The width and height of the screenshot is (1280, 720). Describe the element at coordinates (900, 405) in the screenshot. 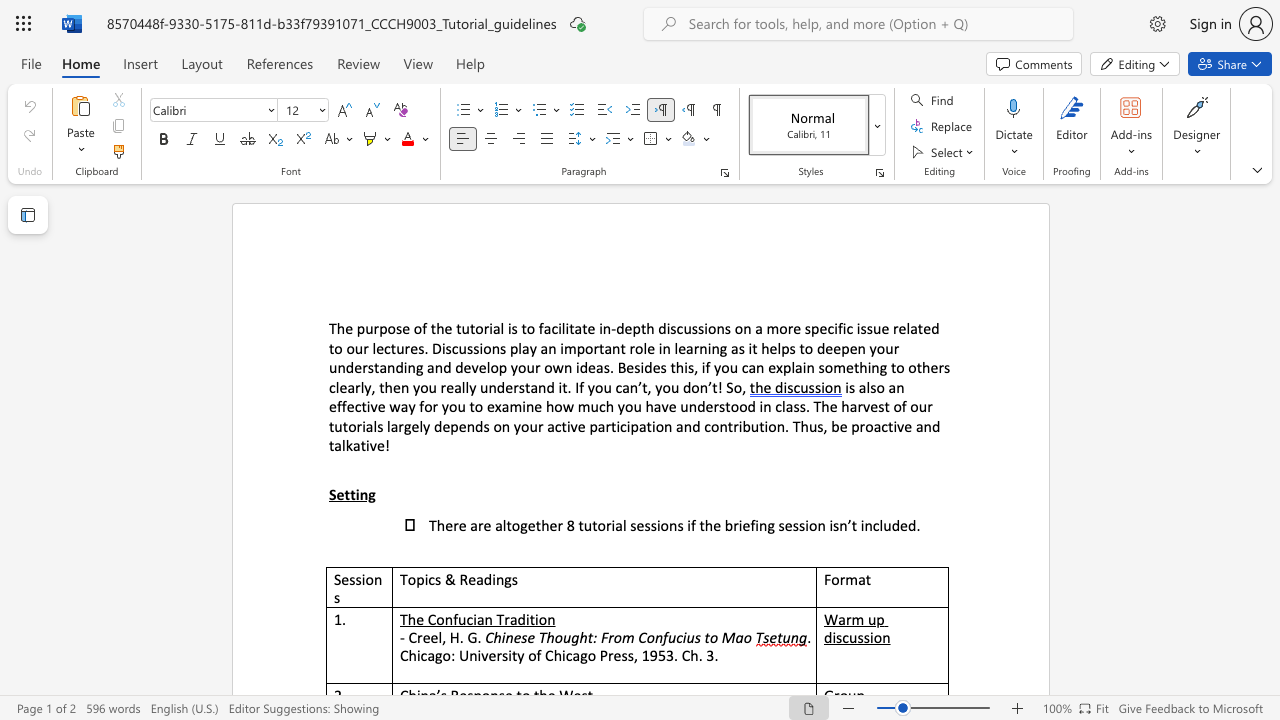

I see `the subset text "f o" within the text "is also an effective way for you to examine how much you have understood in class. The harvest of our tutorials"` at that location.